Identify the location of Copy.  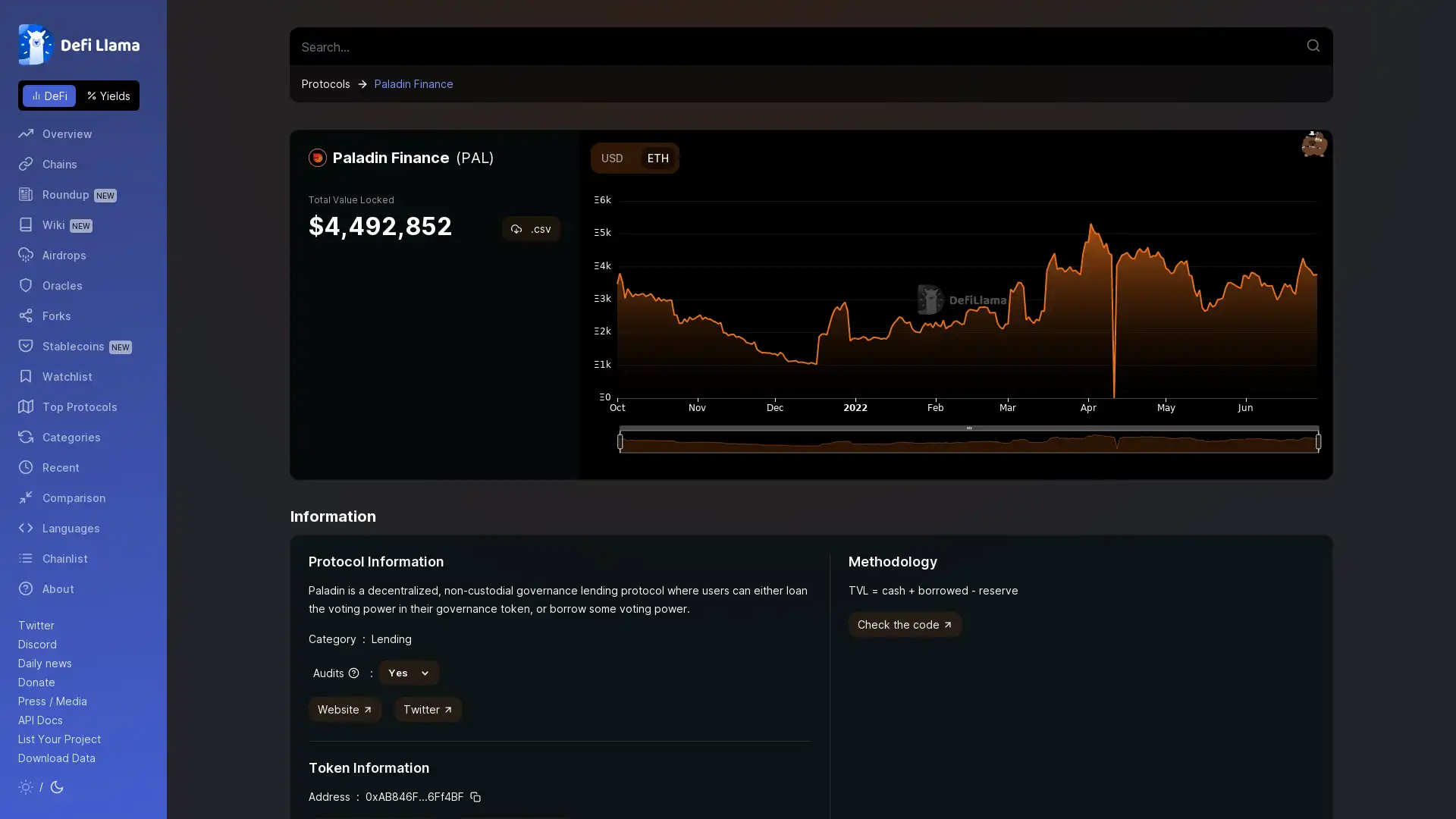
(475, 795).